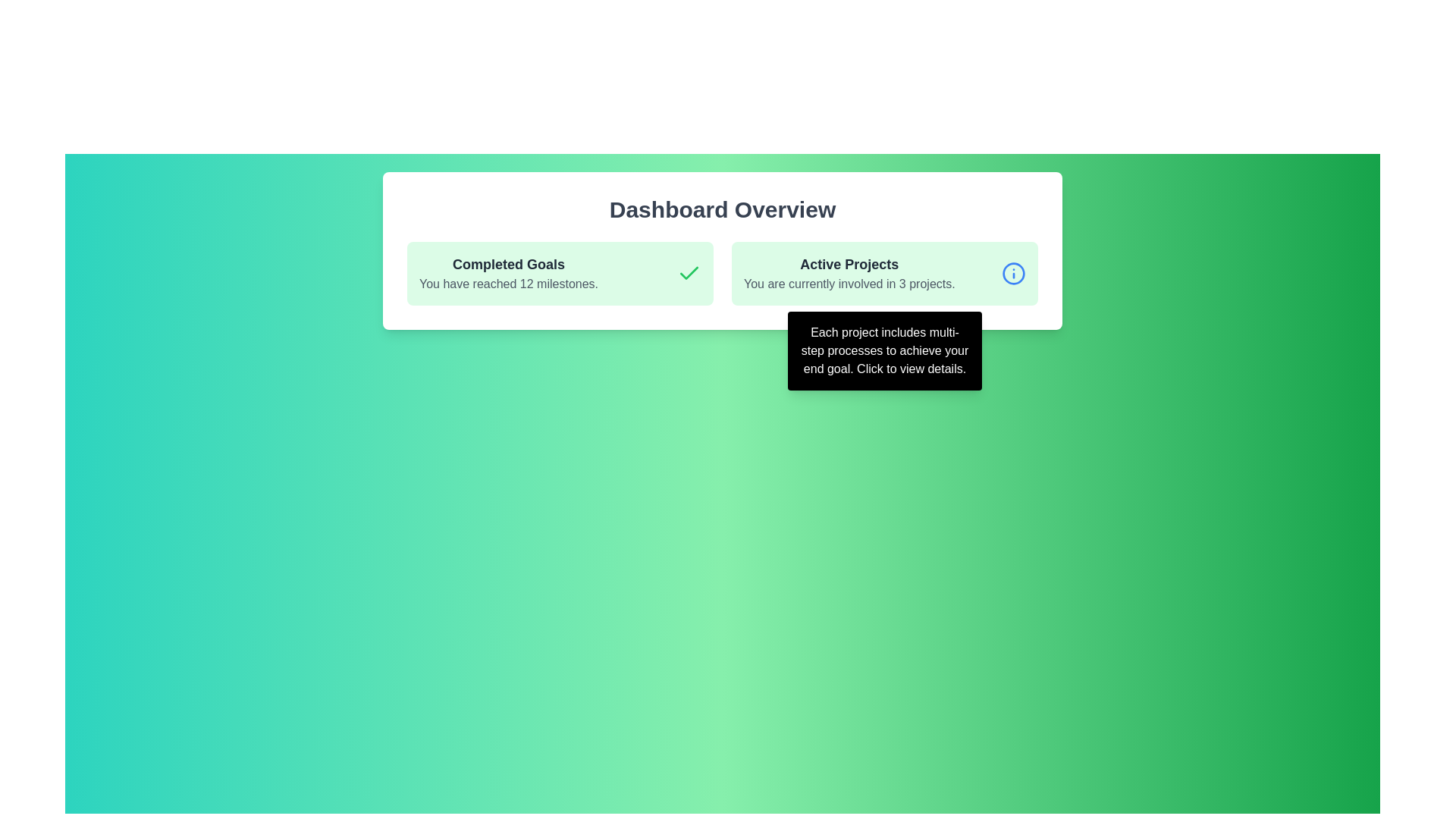 The width and height of the screenshot is (1456, 819). What do you see at coordinates (884, 350) in the screenshot?
I see `the tooltip providing additional details about the 'Active Projects' section for accessible reading by moving the cursor to the center of the tooltip` at bounding box center [884, 350].